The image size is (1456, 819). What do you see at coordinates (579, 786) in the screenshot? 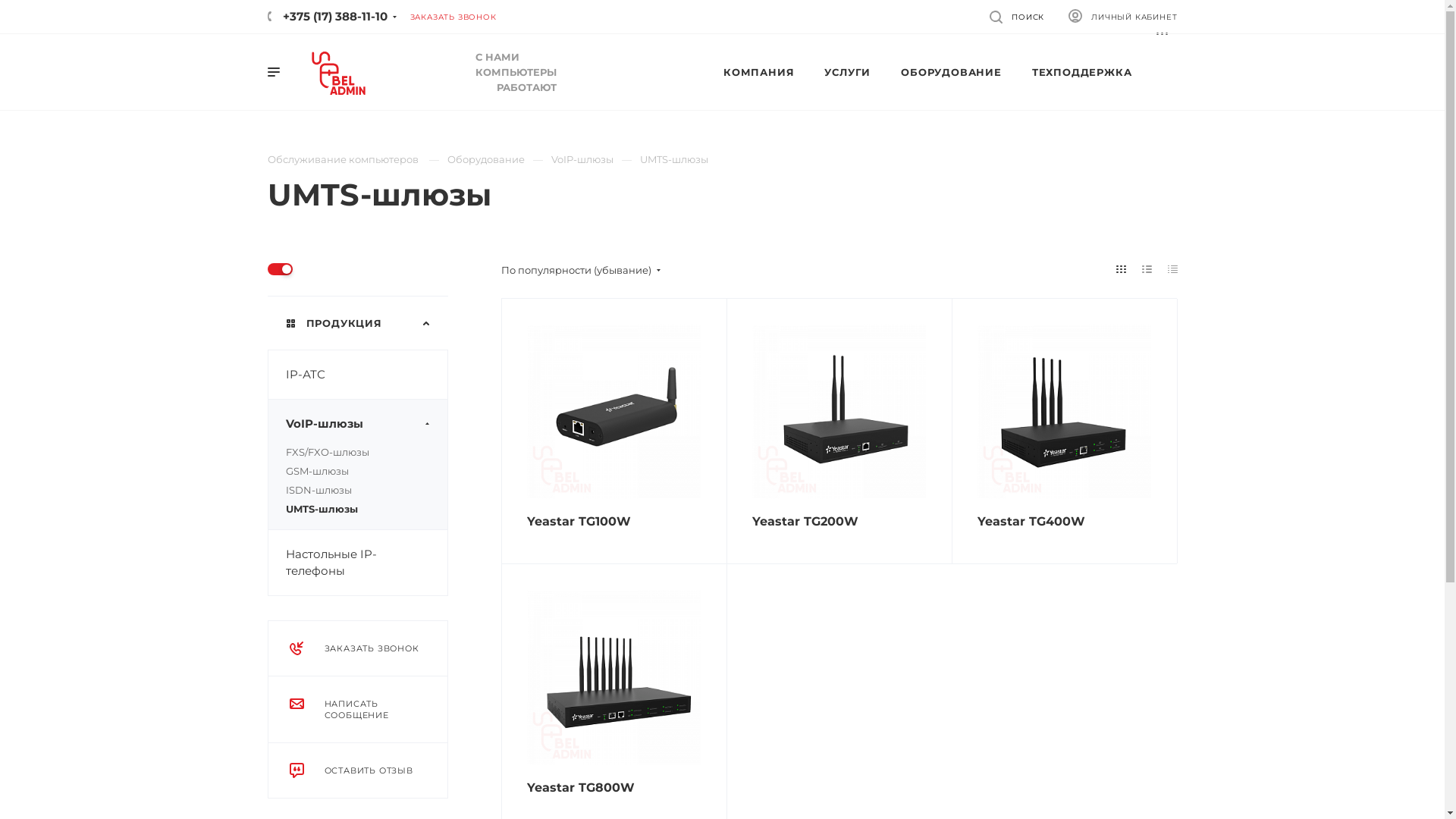
I see `'Yeastar TG800W'` at bounding box center [579, 786].